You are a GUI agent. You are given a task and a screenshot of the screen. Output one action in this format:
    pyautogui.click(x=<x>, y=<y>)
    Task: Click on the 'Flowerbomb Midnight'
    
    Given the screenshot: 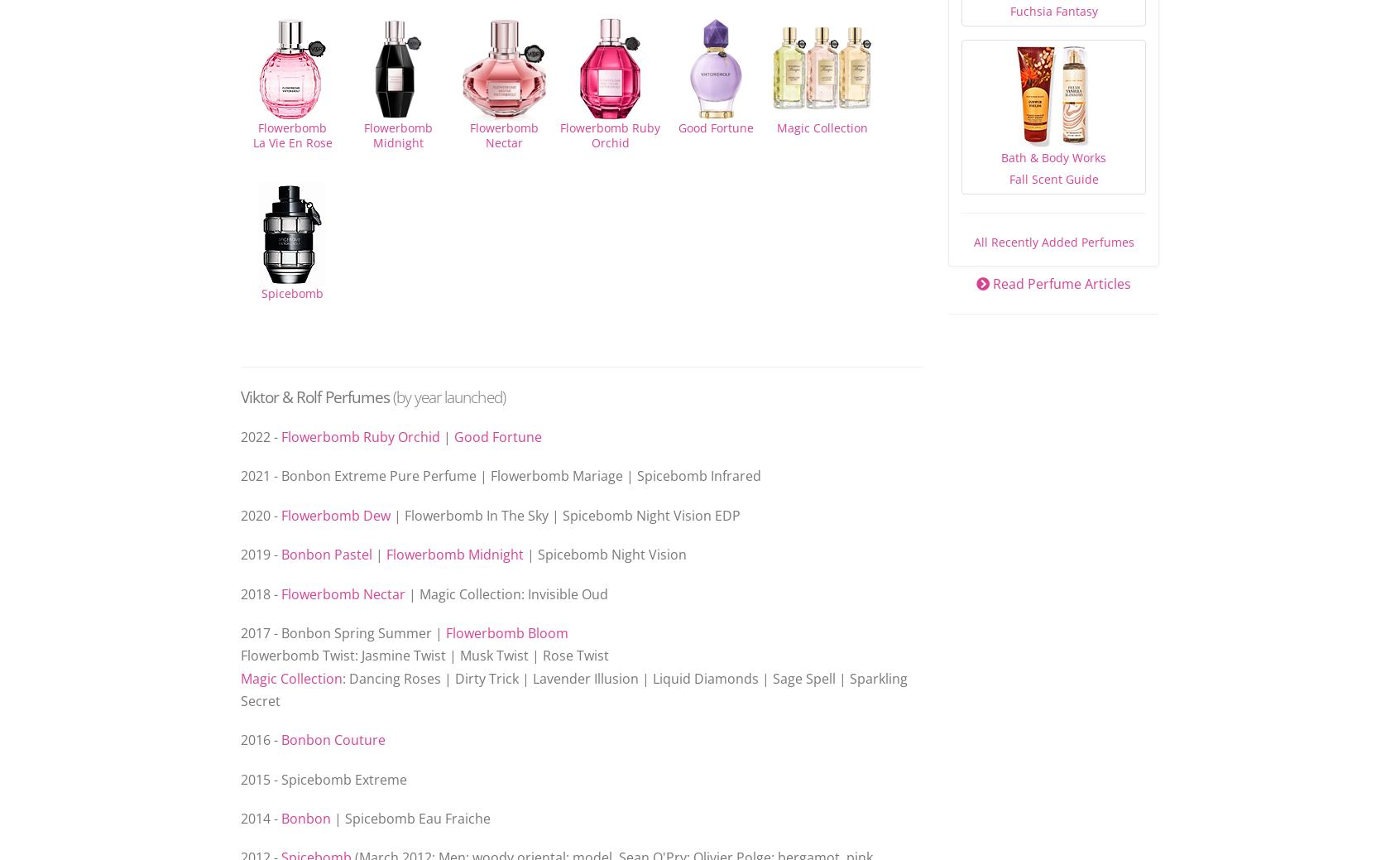 What is the action you would take?
    pyautogui.click(x=455, y=555)
    